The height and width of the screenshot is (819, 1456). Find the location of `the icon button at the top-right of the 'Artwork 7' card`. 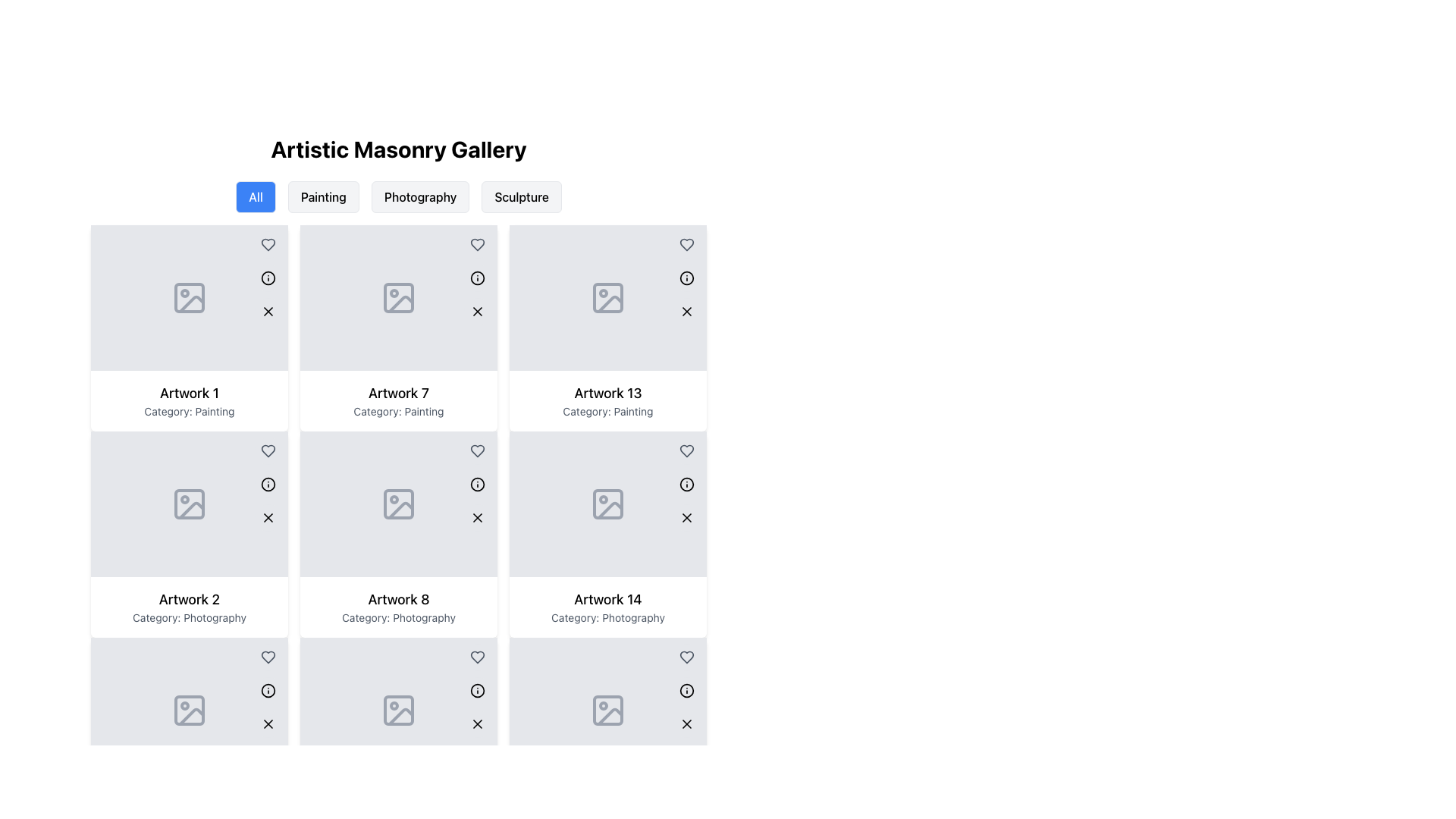

the icon button at the top-right of the 'Artwork 7' card is located at coordinates (476, 311).